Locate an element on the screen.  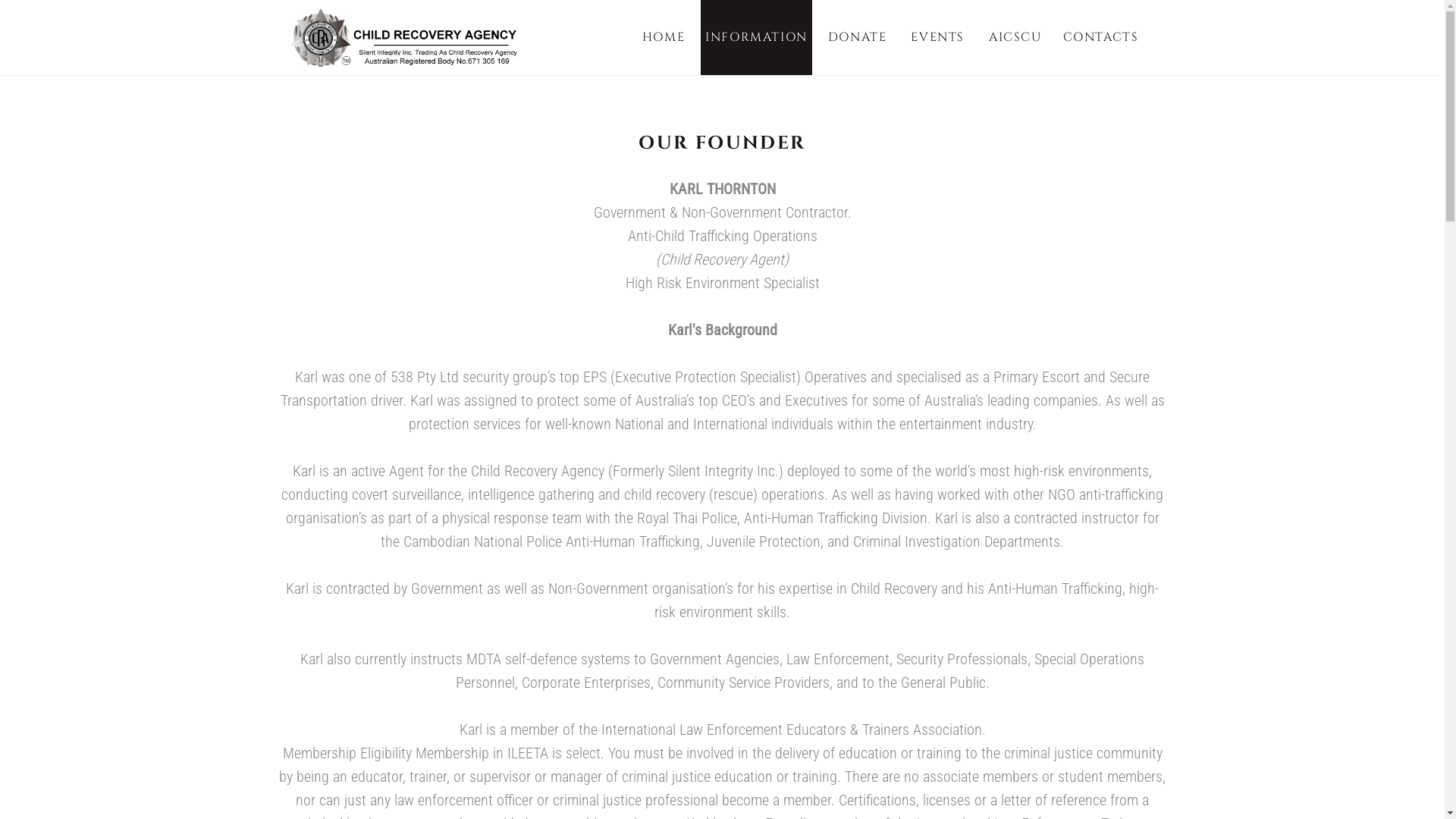
'DONATE' is located at coordinates (858, 36).